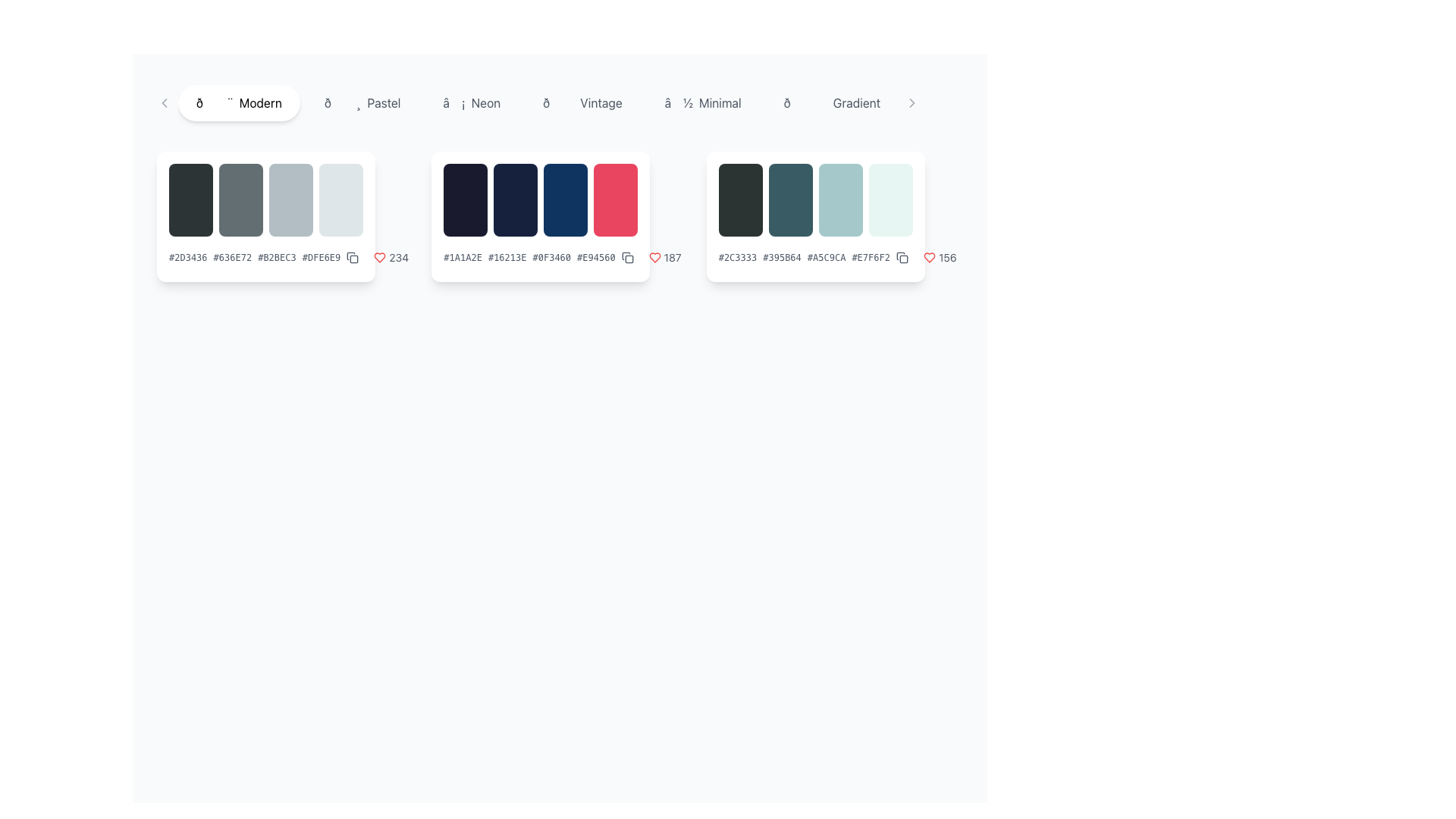 This screenshot has height=819, width=1456. I want to click on the sixth button in the horizontal scrollable menu that selects the 'Minimal' category, so click(702, 102).